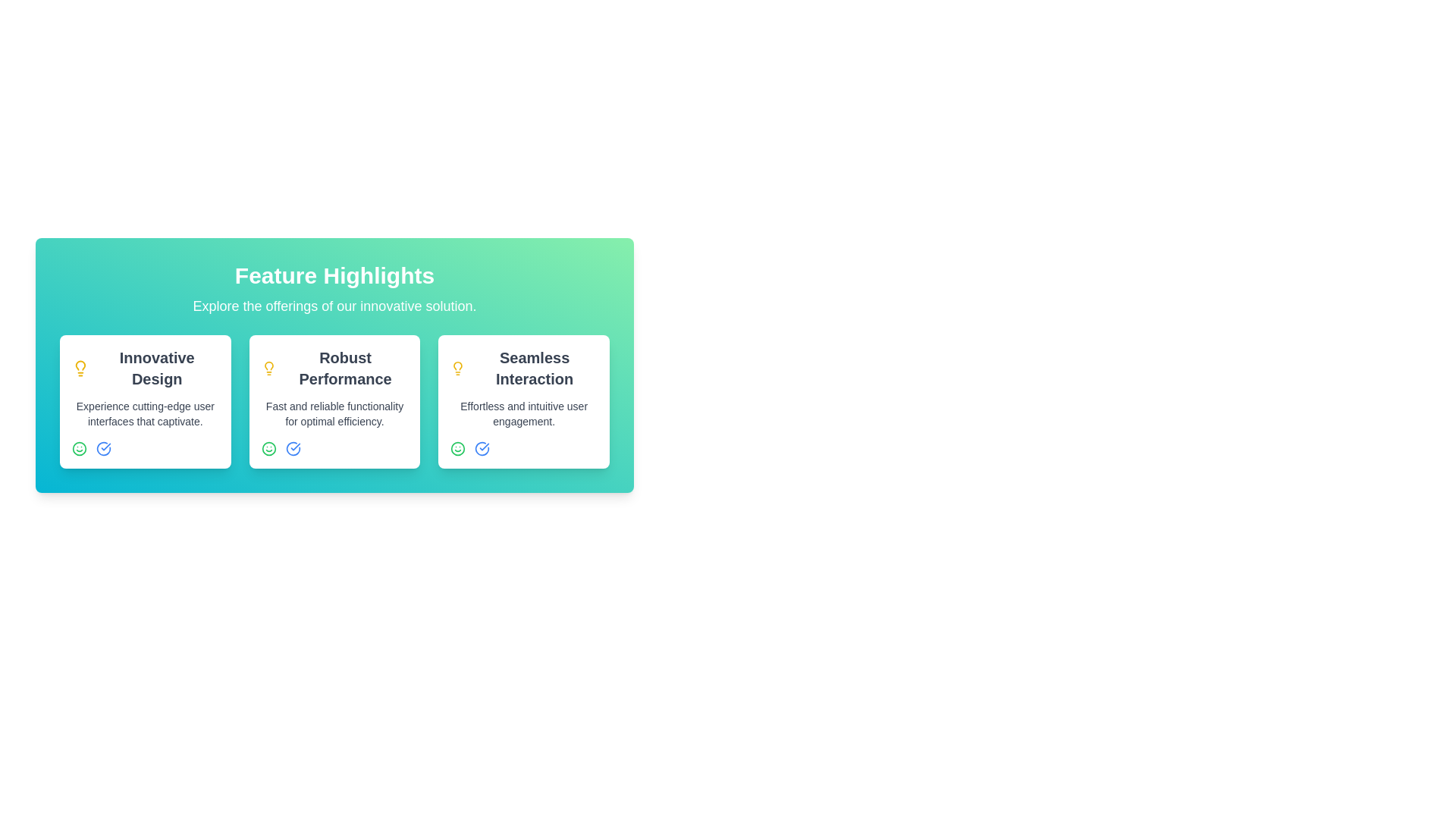 The height and width of the screenshot is (819, 1456). I want to click on the circular smiley face icon with a green stroke and white fill located in the bottom-left corner of the 'Robust Performance' card, so click(268, 447).